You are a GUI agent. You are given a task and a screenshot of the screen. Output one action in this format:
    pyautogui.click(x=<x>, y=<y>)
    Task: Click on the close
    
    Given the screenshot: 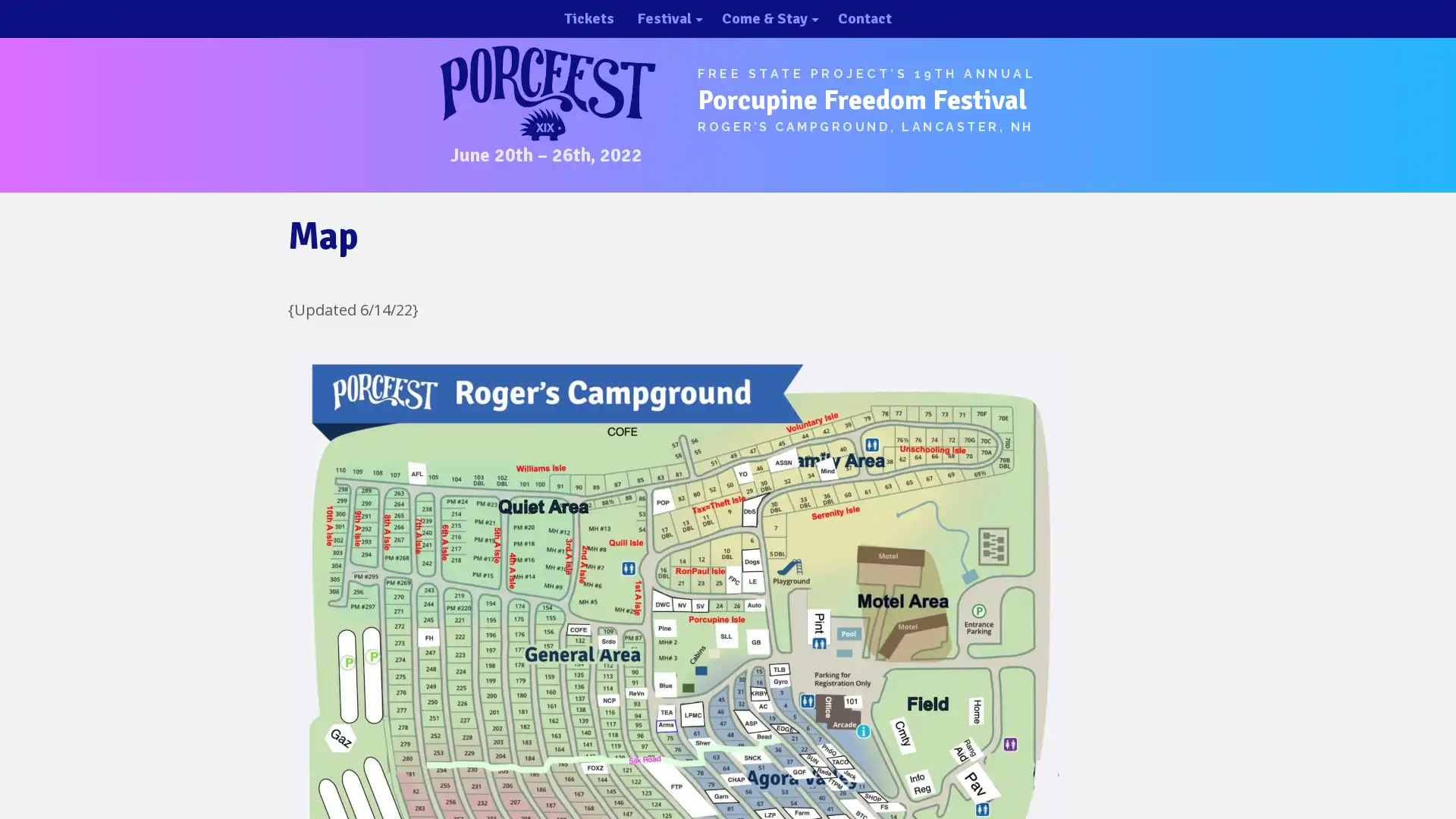 What is the action you would take?
    pyautogui.click(x=1407, y=61)
    